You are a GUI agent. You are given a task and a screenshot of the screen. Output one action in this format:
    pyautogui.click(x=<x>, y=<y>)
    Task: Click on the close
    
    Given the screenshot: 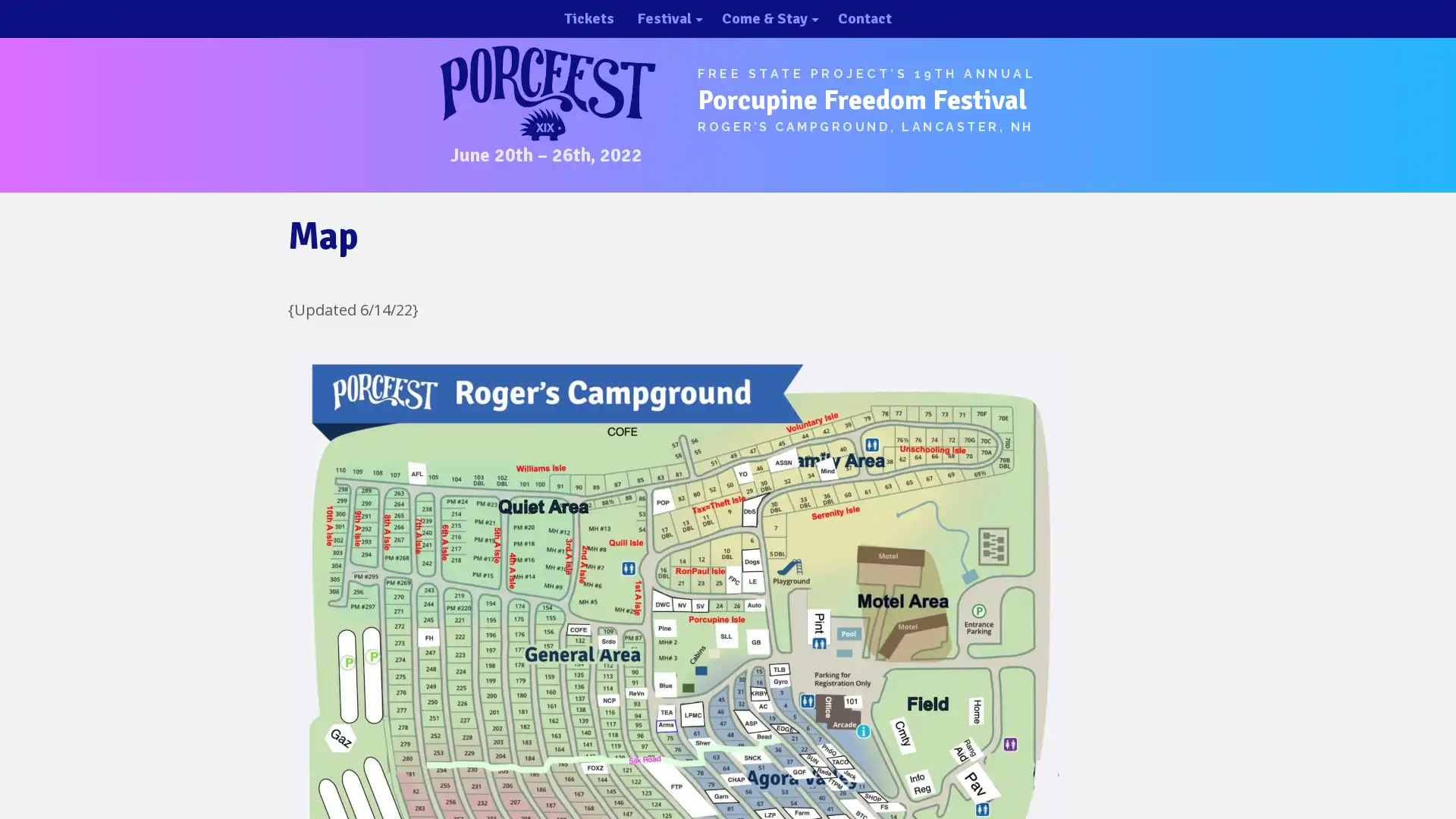 What is the action you would take?
    pyautogui.click(x=1407, y=61)
    